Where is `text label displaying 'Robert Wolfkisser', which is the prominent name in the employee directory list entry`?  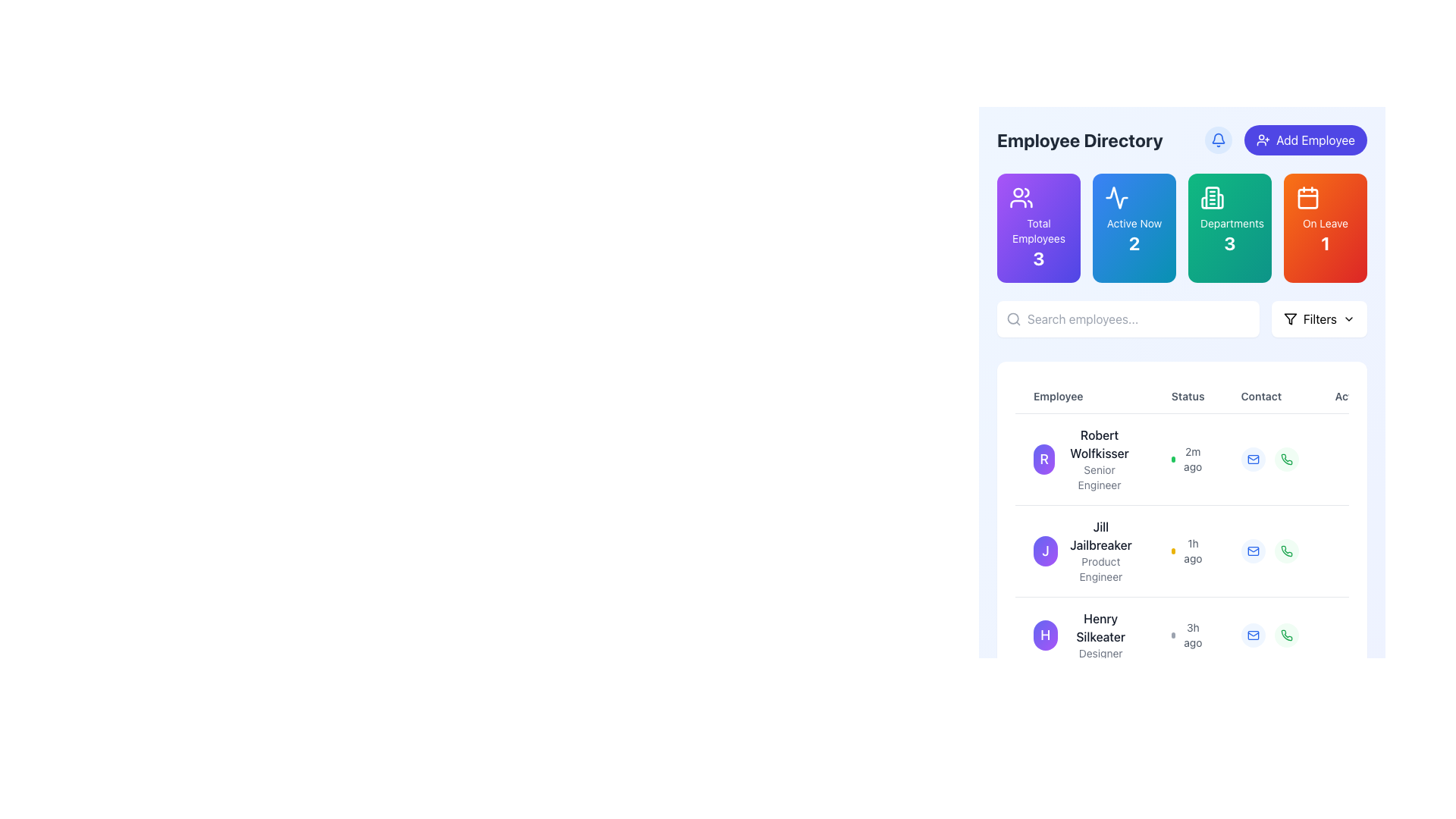
text label displaying 'Robert Wolfkisser', which is the prominent name in the employee directory list entry is located at coordinates (1099, 444).